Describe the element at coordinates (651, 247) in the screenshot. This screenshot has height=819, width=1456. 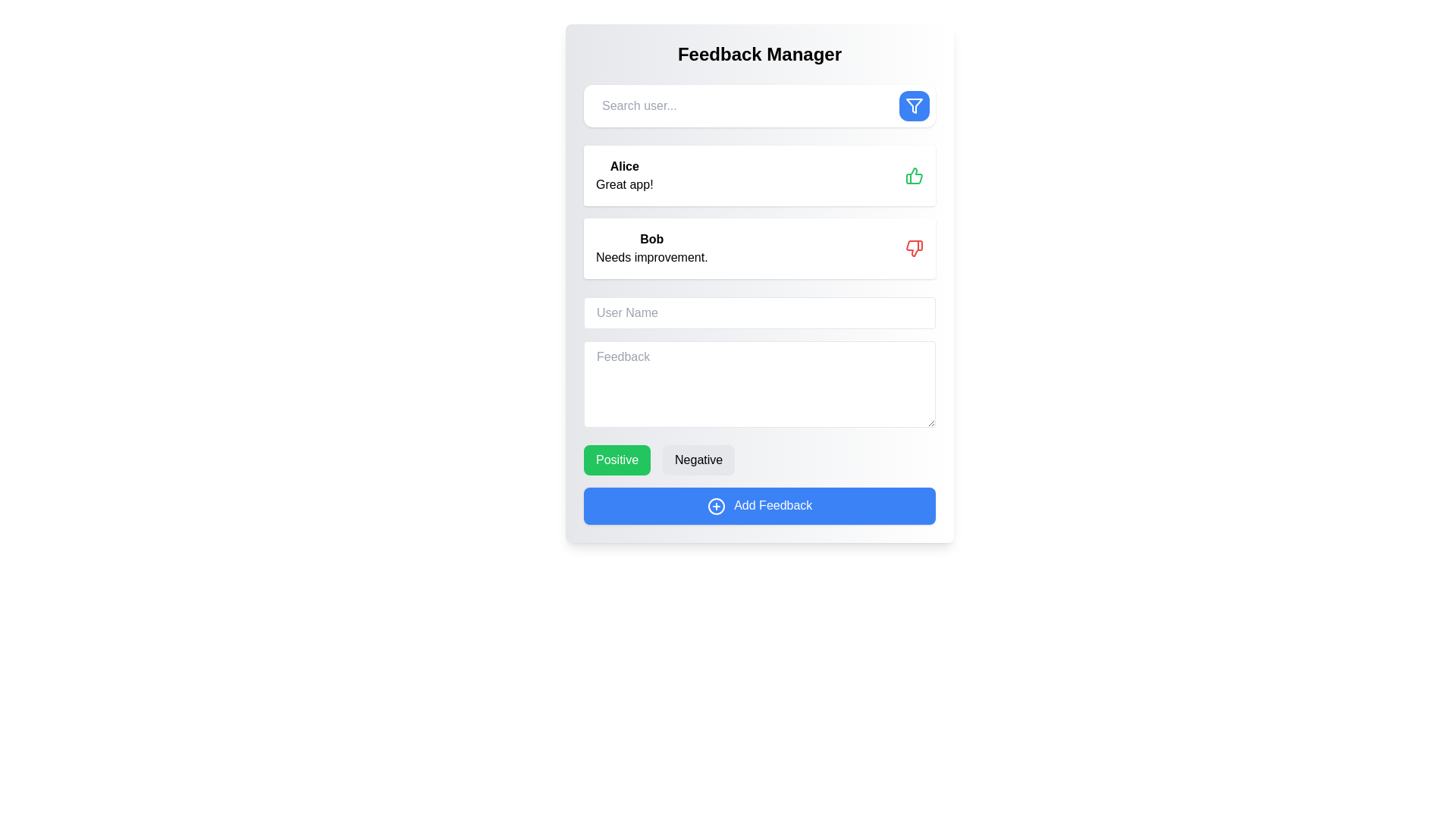
I see `the Text Display element that contains the text 'Bob' and 'Needs improvement.'` at that location.